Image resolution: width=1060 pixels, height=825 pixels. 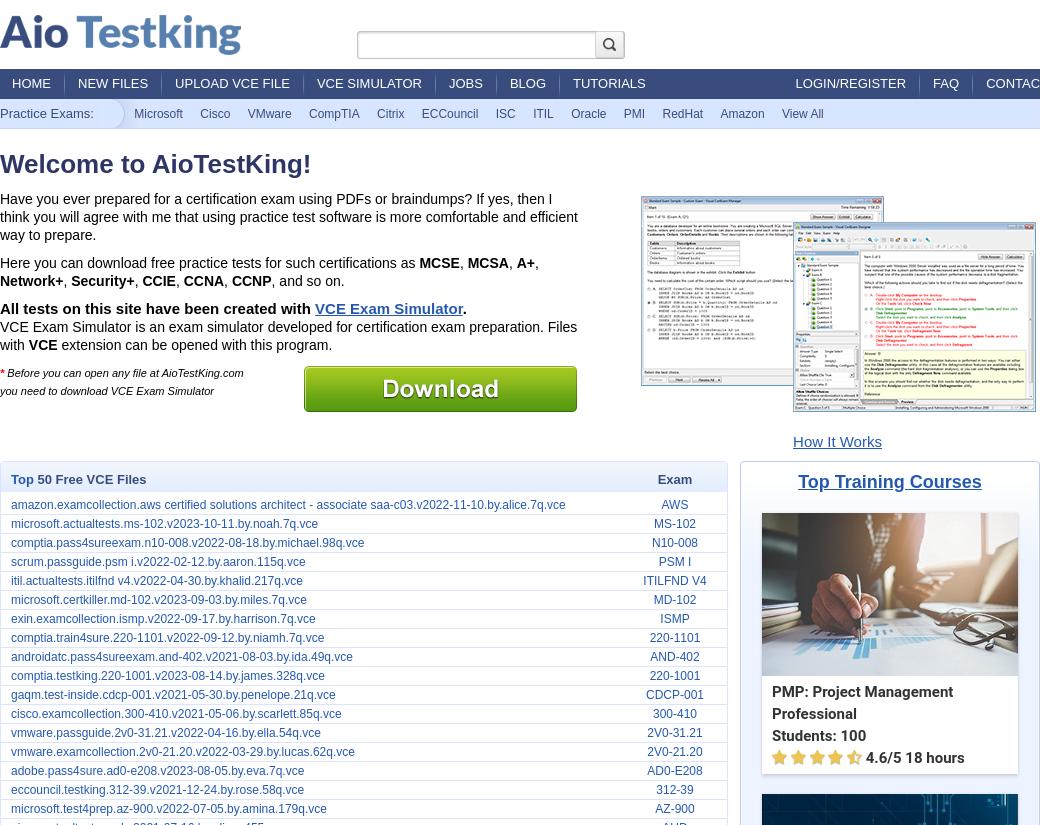 I want to click on 'Oracle', so click(x=588, y=114).